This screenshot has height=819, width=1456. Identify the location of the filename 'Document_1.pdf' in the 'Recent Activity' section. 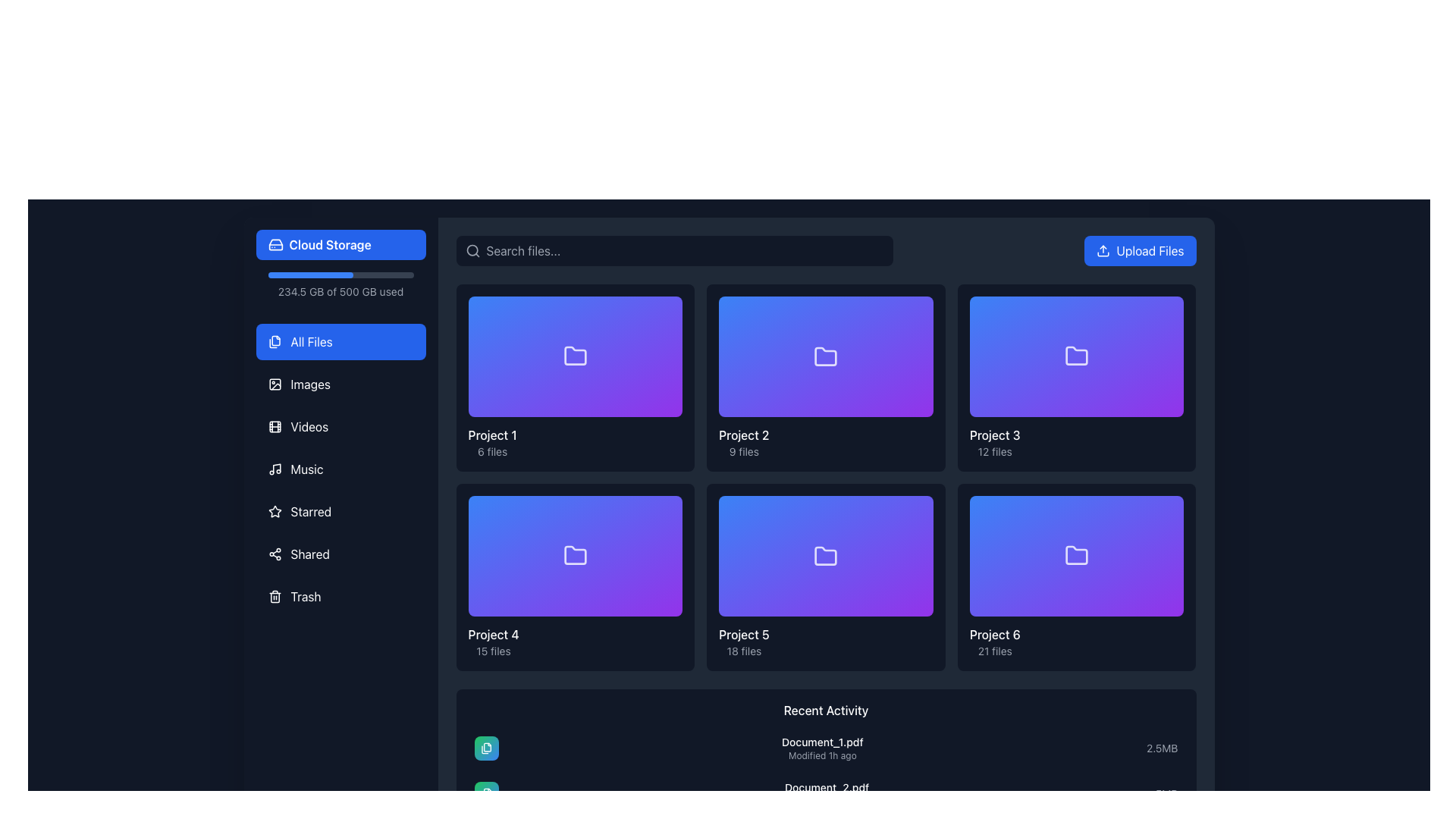
(825, 748).